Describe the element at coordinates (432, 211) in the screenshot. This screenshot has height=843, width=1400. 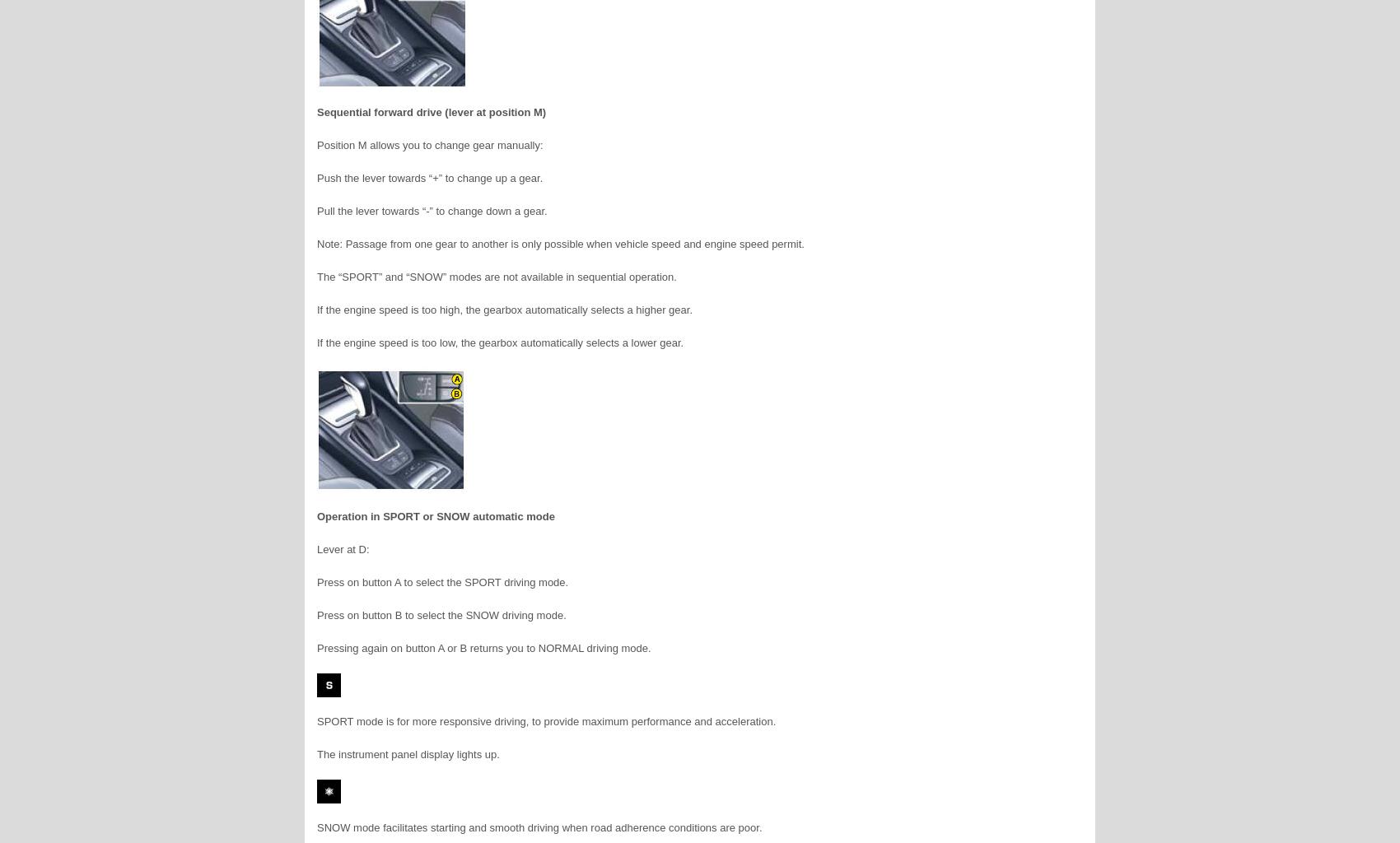
I see `'Pull the lever towards “-” to change down a gear.'` at that location.